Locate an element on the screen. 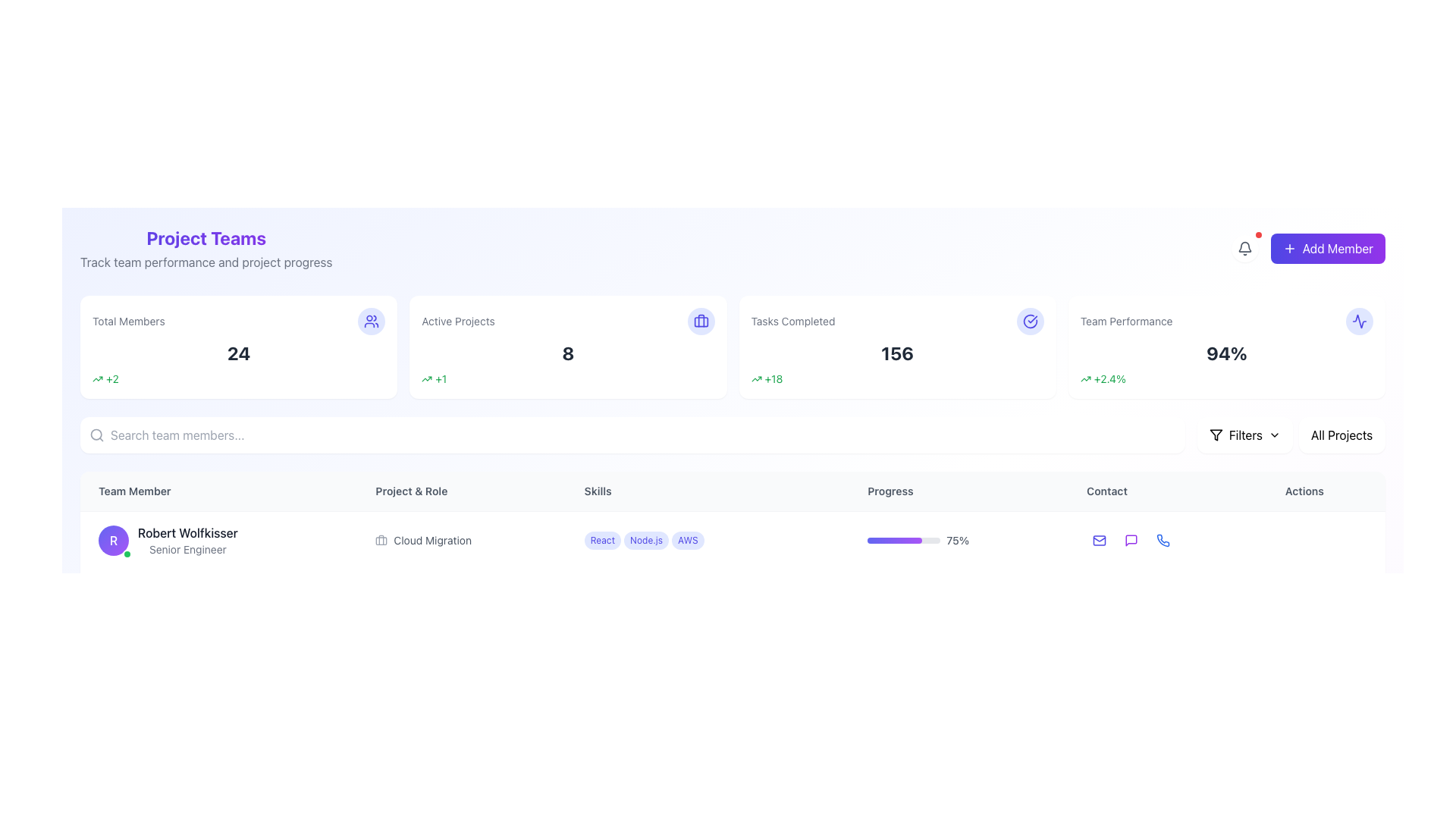 Image resolution: width=1456 pixels, height=819 pixels. the 'All Projects' filter button located at the top-right section of the interface, adjacent to the 'Filters' button to trigger the hover effect is located at coordinates (1342, 435).